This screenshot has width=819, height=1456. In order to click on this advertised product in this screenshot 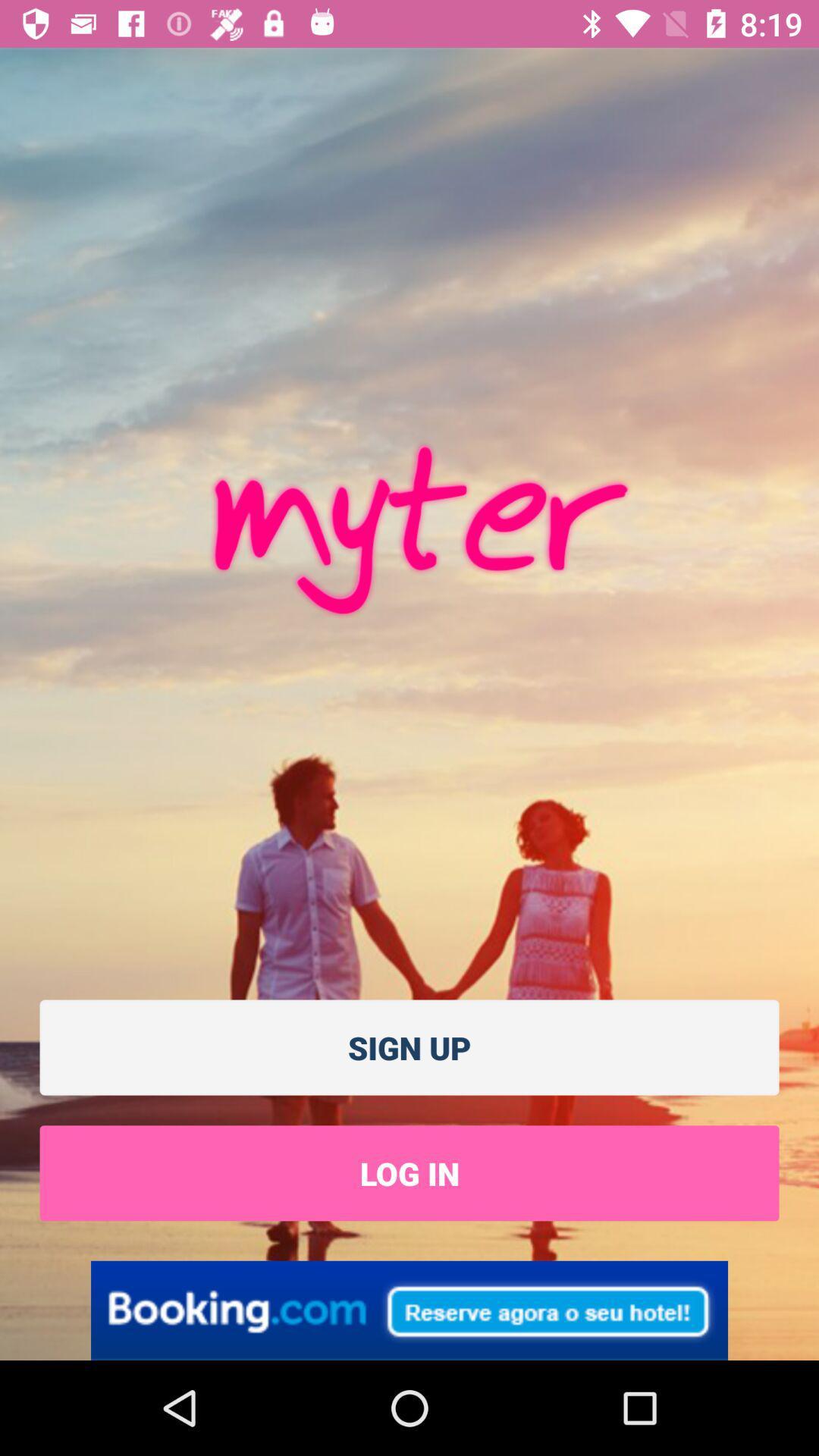, I will do `click(409, 1310)`.